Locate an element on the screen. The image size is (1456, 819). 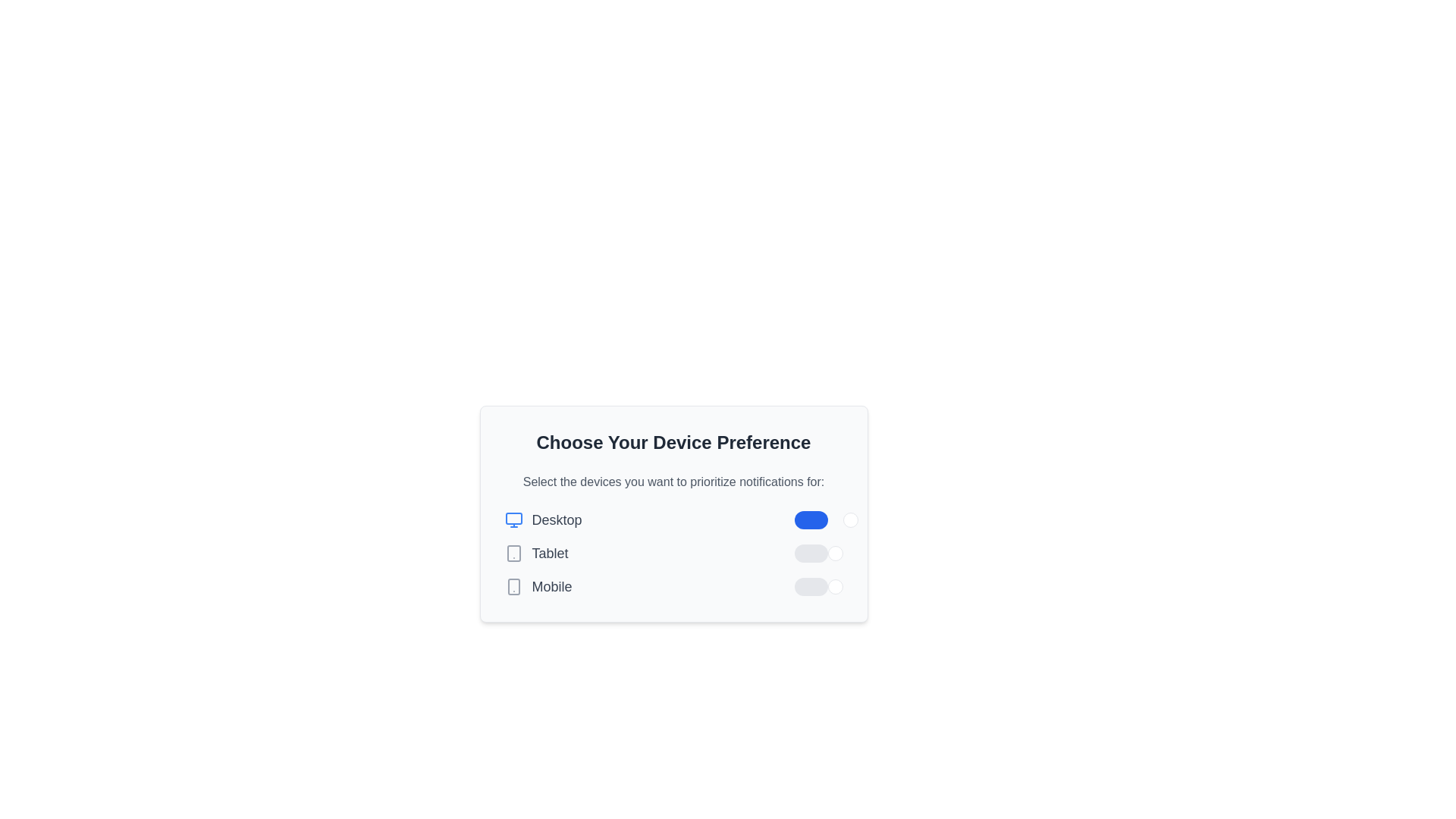
the 'Desktop' label, which is styled in gray and has a larger font size, located centrally within a vertical list of options, adjacent to a monitor icon on the left and a toggle switch on the right is located at coordinates (556, 519).